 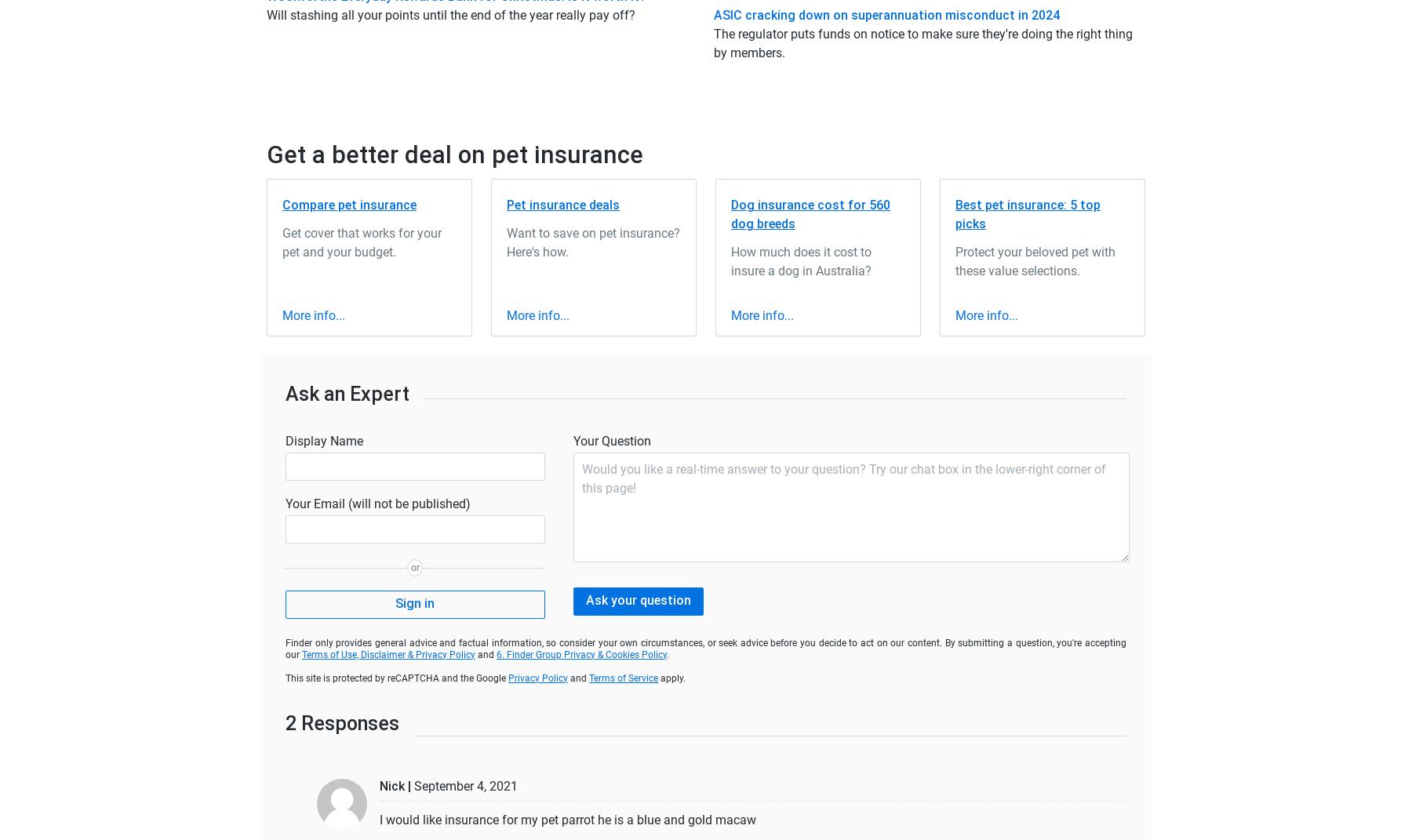 What do you see at coordinates (537, 677) in the screenshot?
I see `'Privacy Policy'` at bounding box center [537, 677].